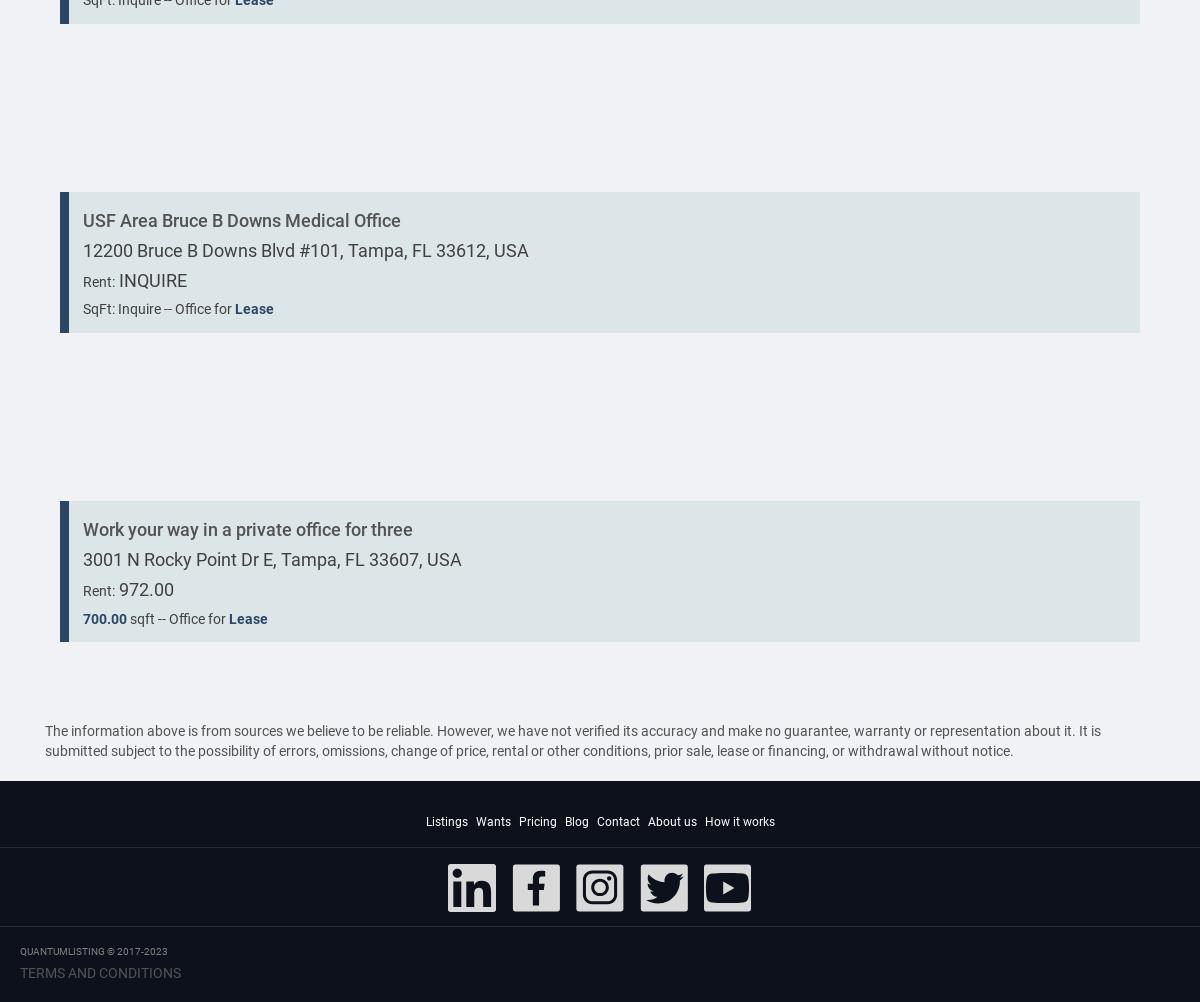  I want to click on '3001 N Rocky Point Dr E, Tampa, FL 33607, USA', so click(271, 559).